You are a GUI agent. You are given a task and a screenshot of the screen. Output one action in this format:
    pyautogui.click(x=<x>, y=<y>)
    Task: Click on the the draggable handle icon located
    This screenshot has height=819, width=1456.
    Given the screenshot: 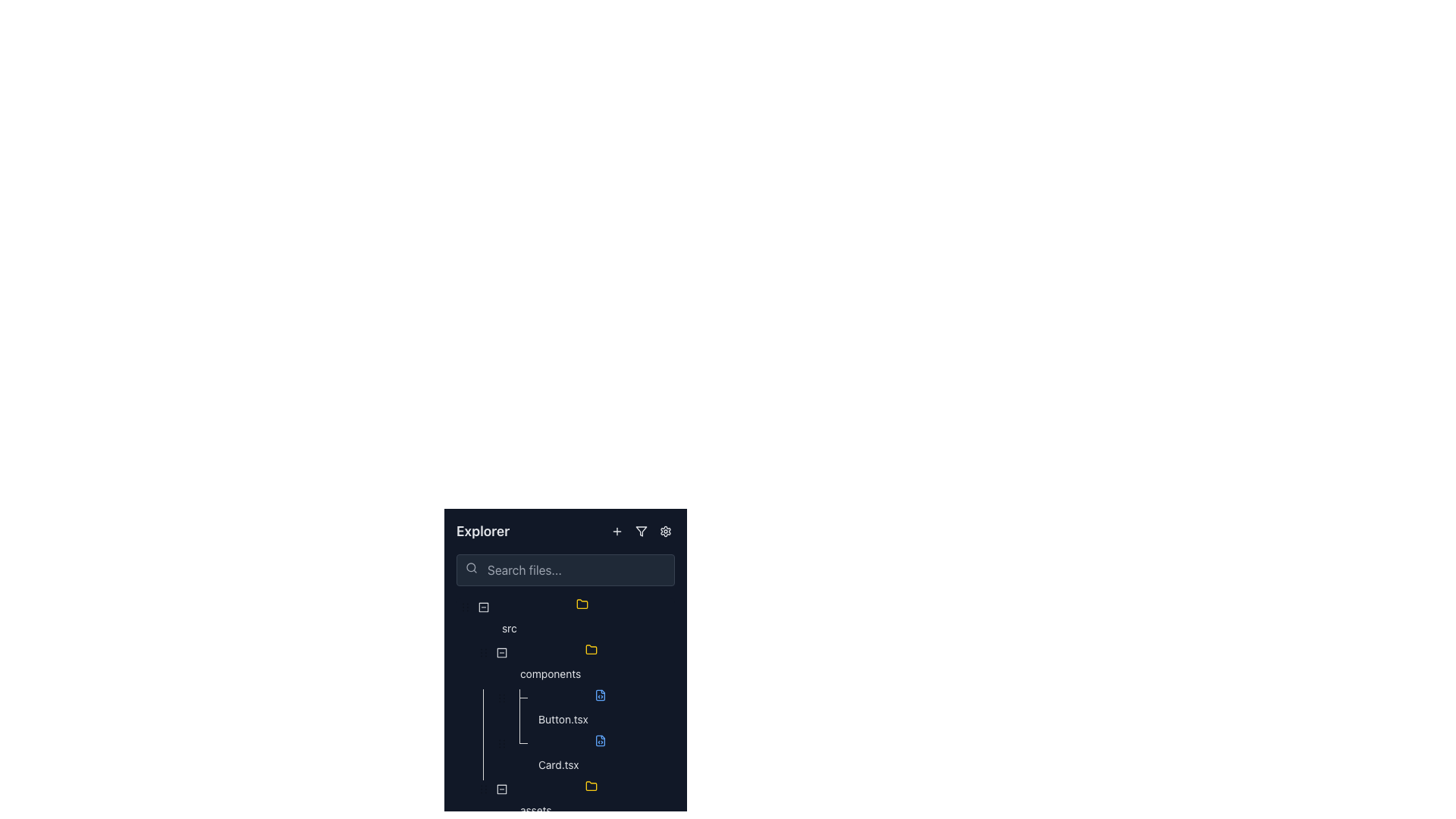 What is the action you would take?
    pyautogui.click(x=502, y=698)
    